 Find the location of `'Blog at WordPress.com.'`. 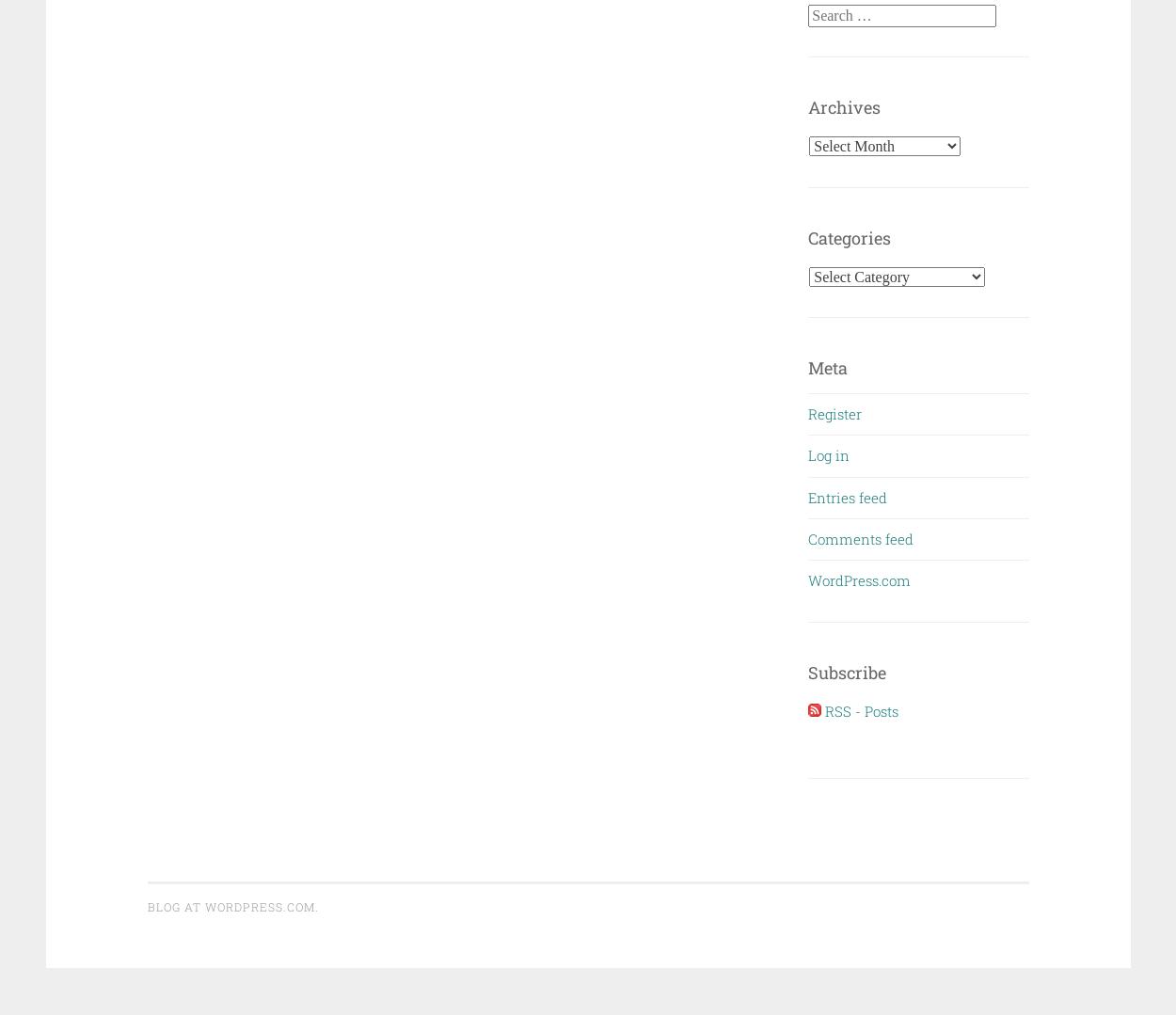

'Blog at WordPress.com.' is located at coordinates (231, 905).